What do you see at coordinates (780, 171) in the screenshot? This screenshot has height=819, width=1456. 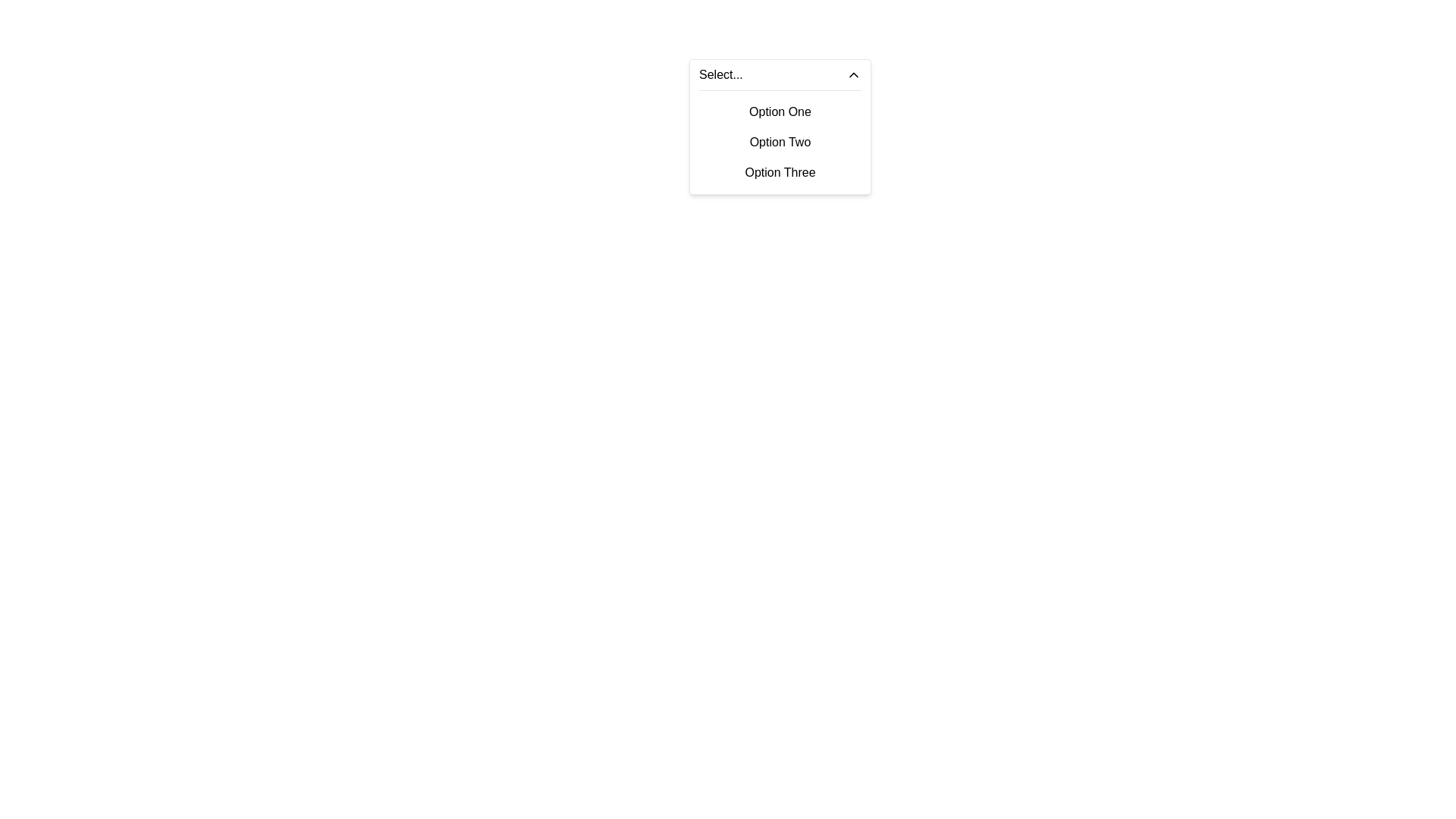 I see `the 'Option Three' in the dropdown list` at bounding box center [780, 171].